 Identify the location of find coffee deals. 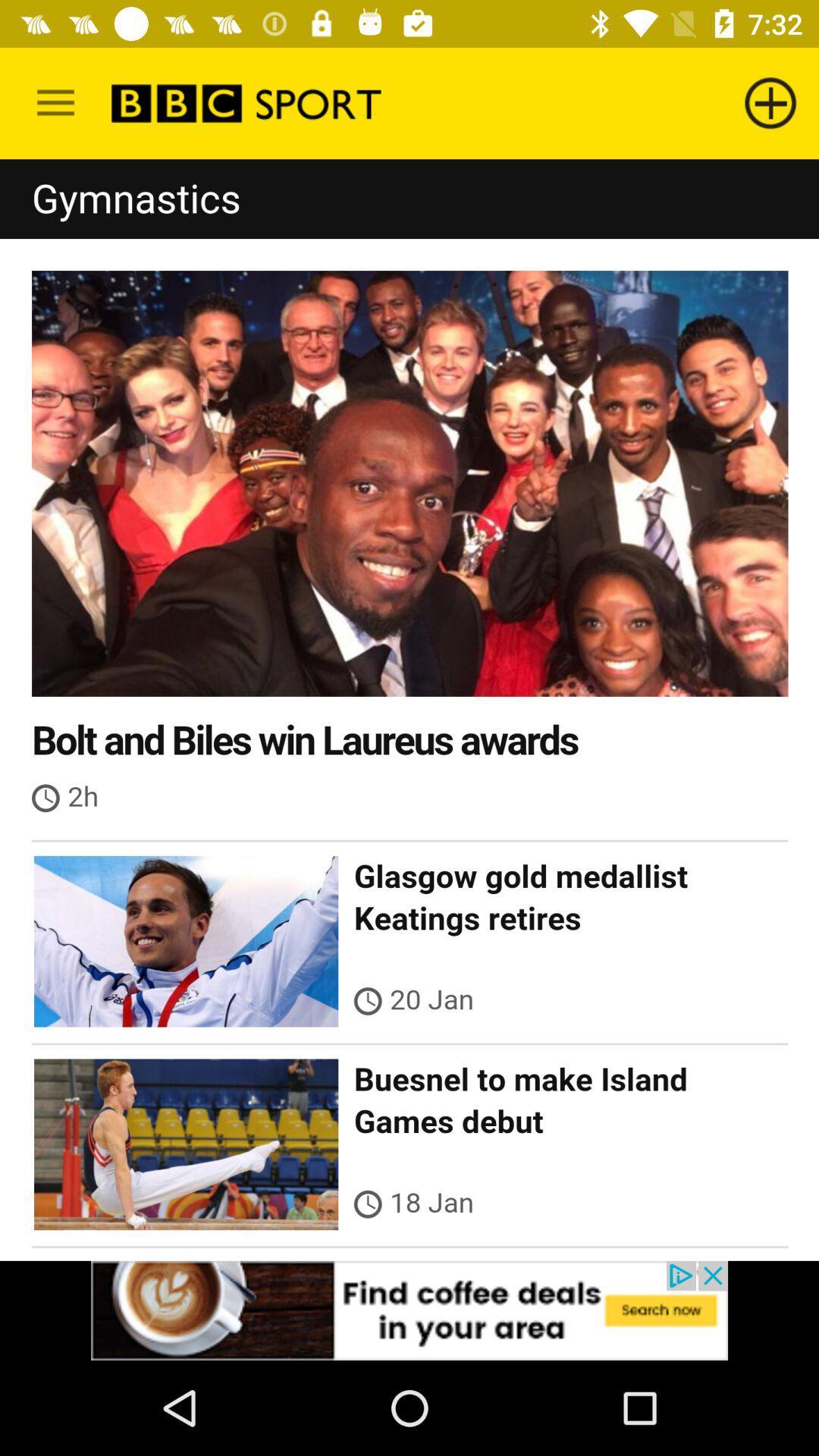
(409, 1310).